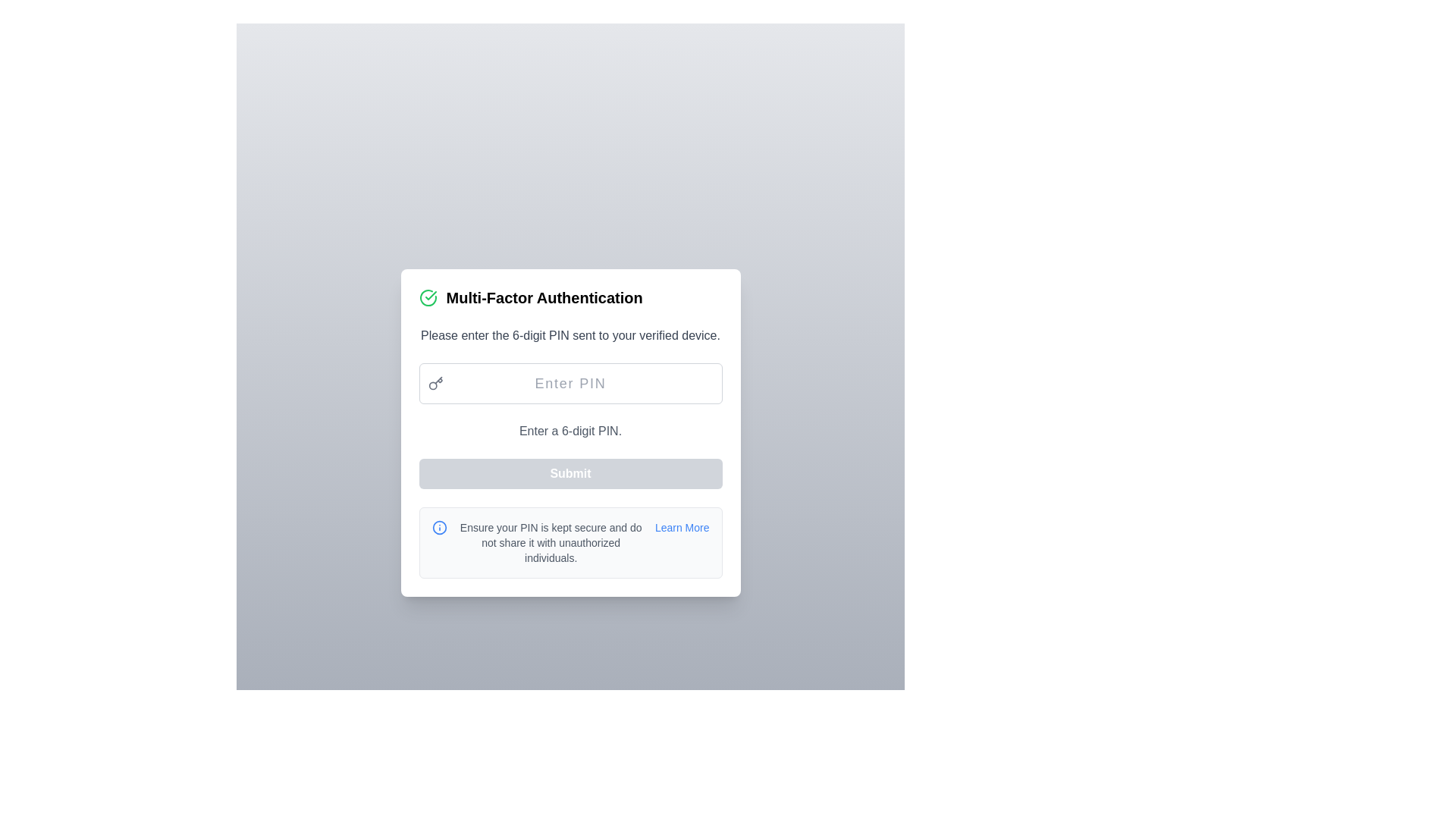 The image size is (1456, 819). I want to click on the Checkmark Icon located in the top-right section of the modal dialogue box, which indicates successful completion or correctness, so click(429, 295).